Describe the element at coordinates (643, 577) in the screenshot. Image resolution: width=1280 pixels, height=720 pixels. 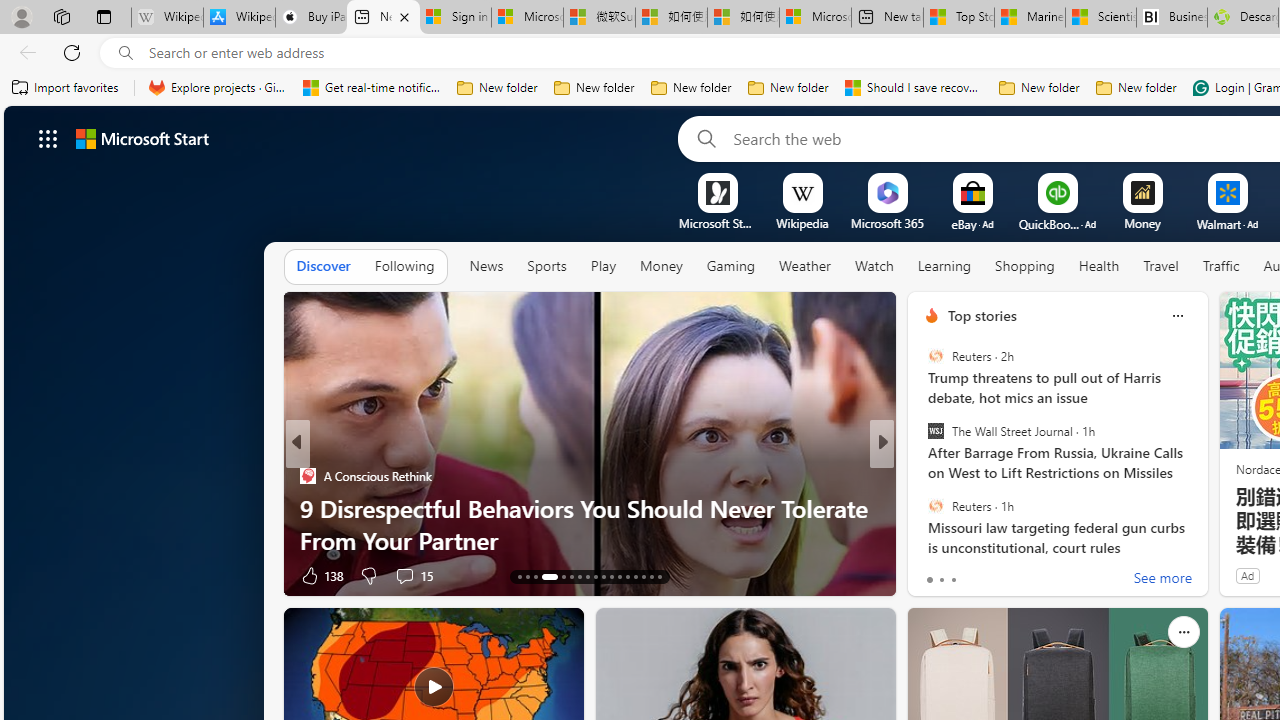
I see `'AutomationID: tab-35'` at that location.